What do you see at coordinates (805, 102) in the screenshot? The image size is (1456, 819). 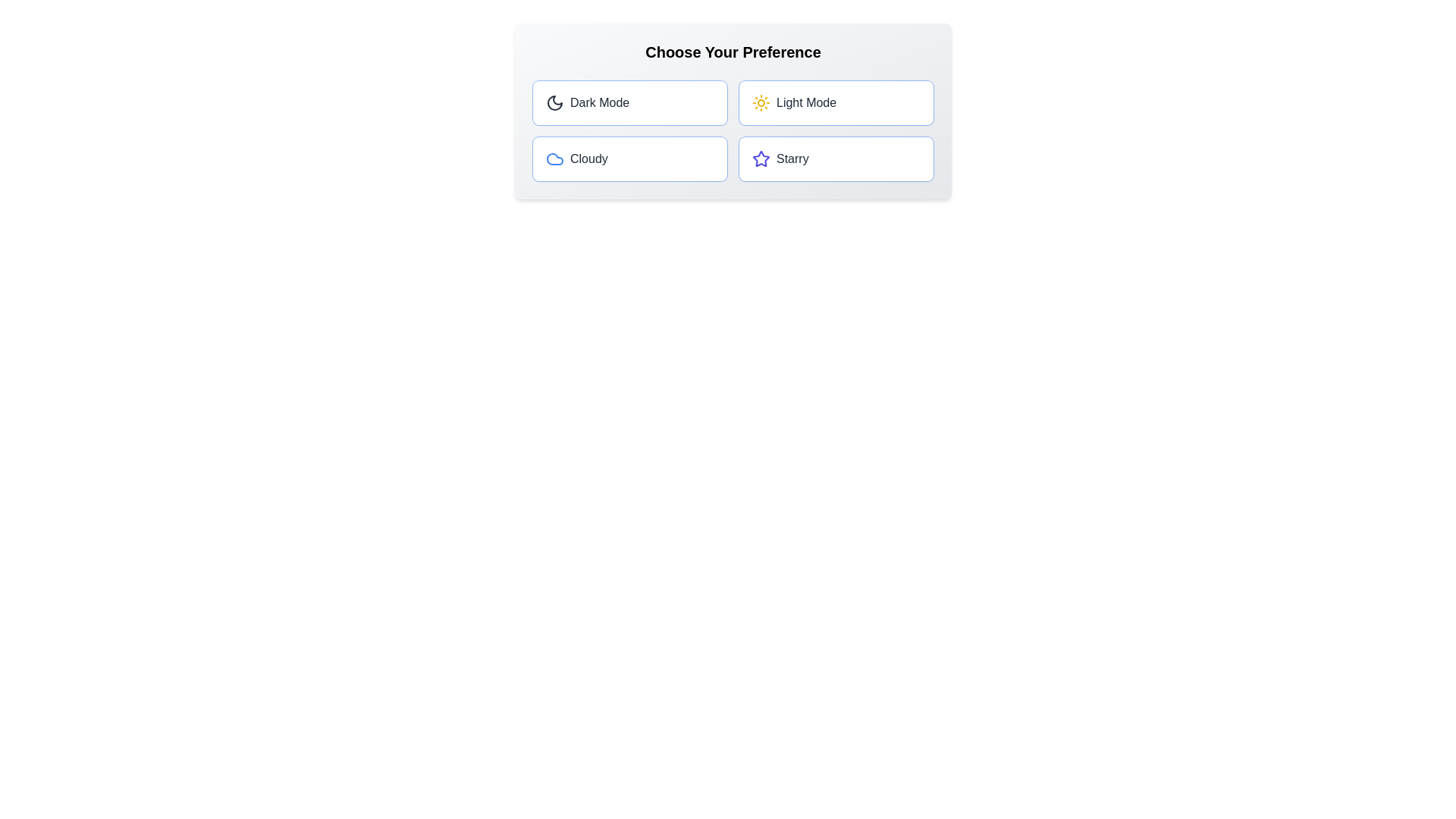 I see `'Light Mode' text label that allows users to choose their theme preference in the settings interface, located as the second option in the top row of the selection interface labeled 'Choose Your Preference'` at bounding box center [805, 102].